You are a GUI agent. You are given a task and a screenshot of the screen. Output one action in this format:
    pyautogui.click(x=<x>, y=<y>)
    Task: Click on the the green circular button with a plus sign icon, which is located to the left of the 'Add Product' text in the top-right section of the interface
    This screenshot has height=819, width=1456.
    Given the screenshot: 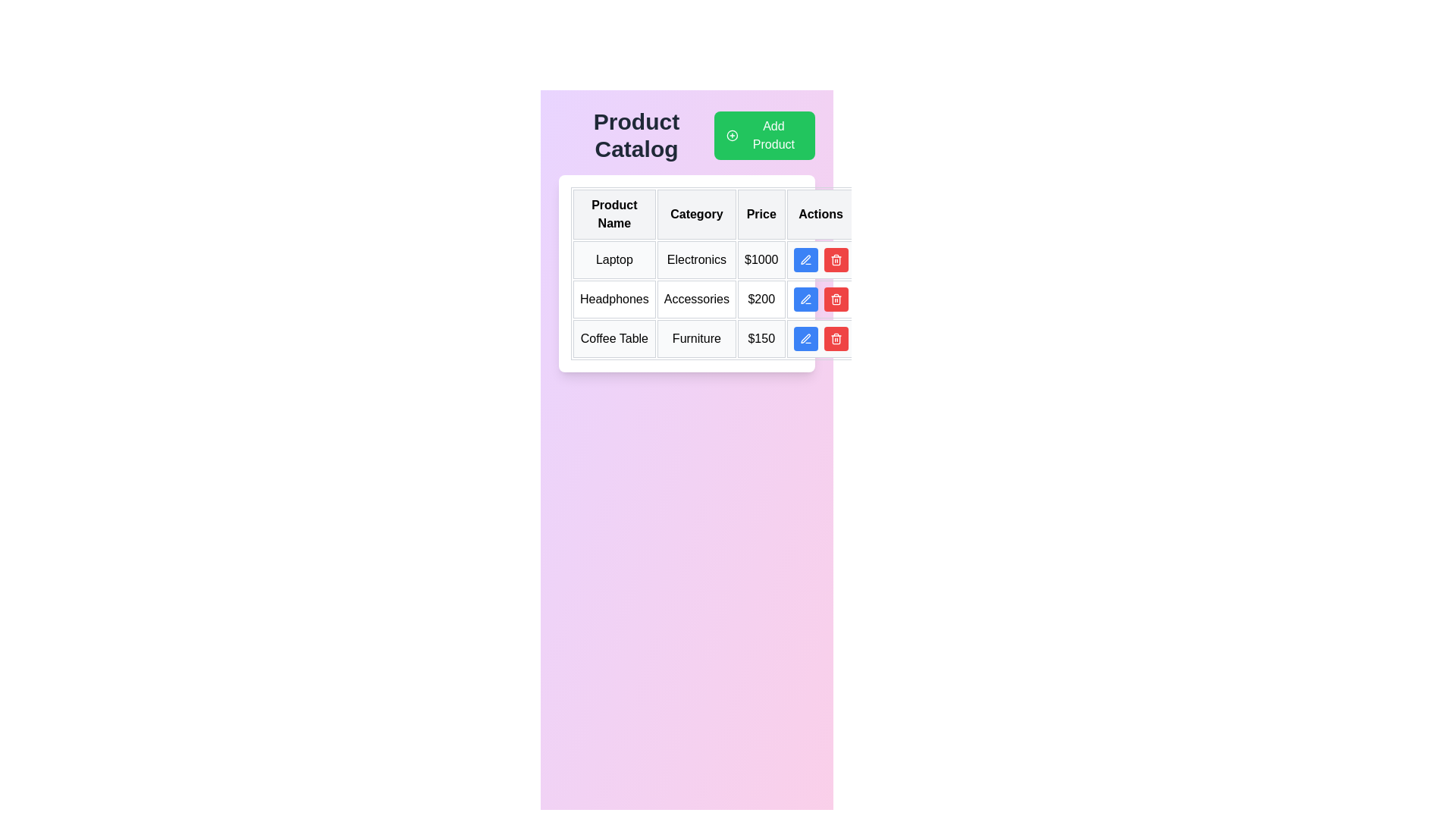 What is the action you would take?
    pyautogui.click(x=732, y=134)
    